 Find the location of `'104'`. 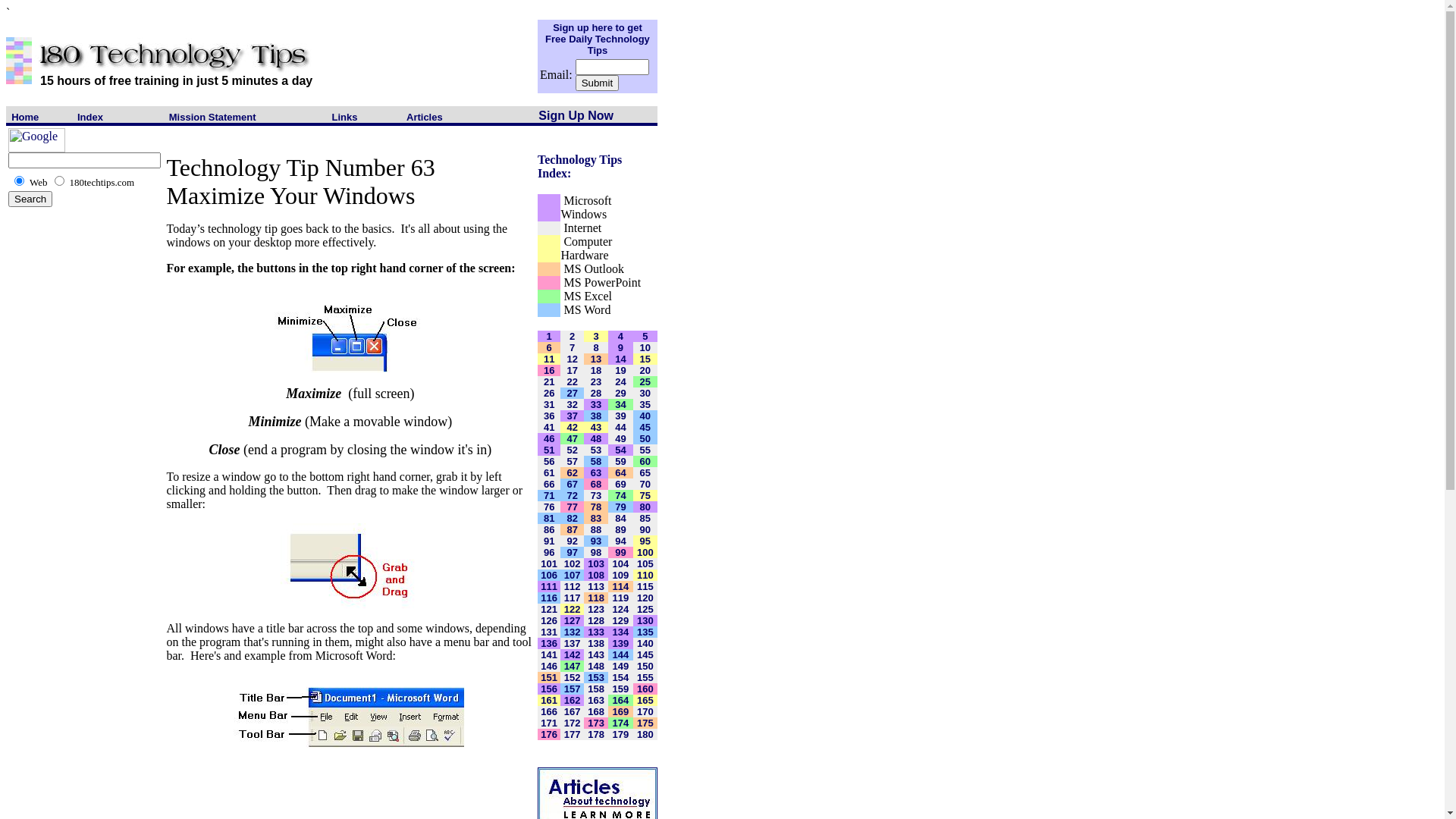

'104' is located at coordinates (621, 563).